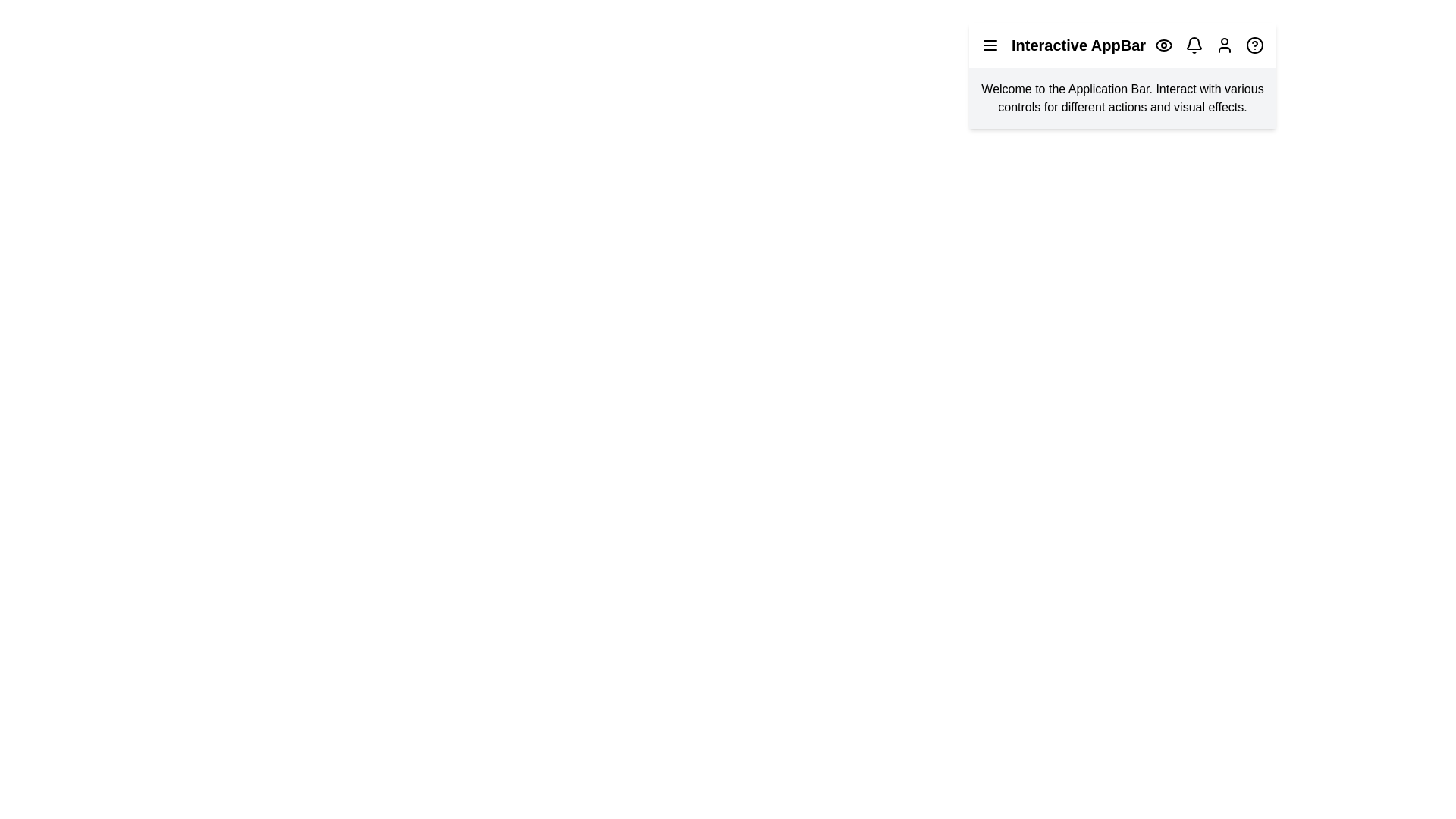 The image size is (1456, 819). Describe the element at coordinates (1163, 45) in the screenshot. I see `the theme toggle button (Eye icon) to switch the theme` at that location.